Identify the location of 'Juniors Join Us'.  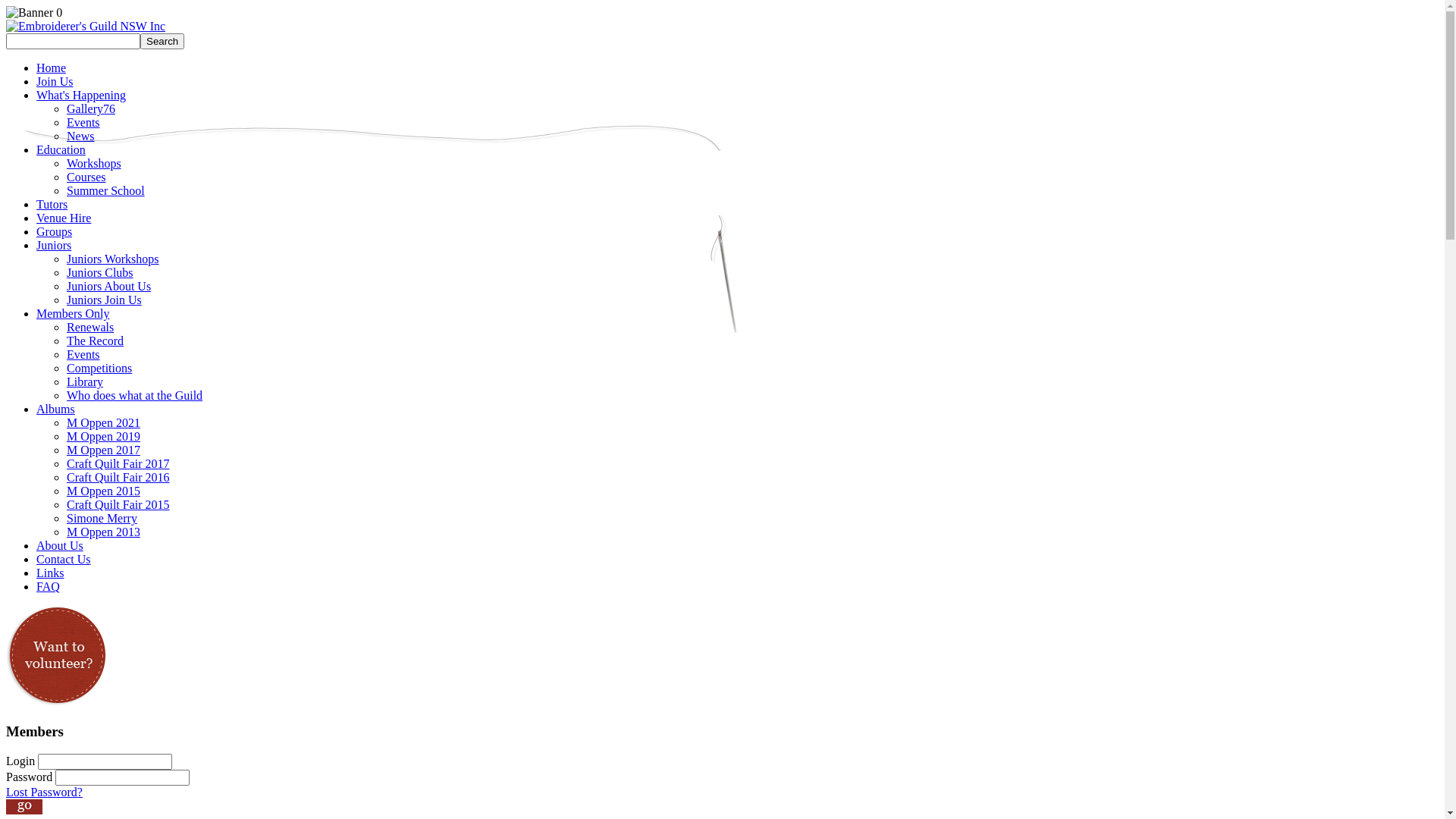
(103, 300).